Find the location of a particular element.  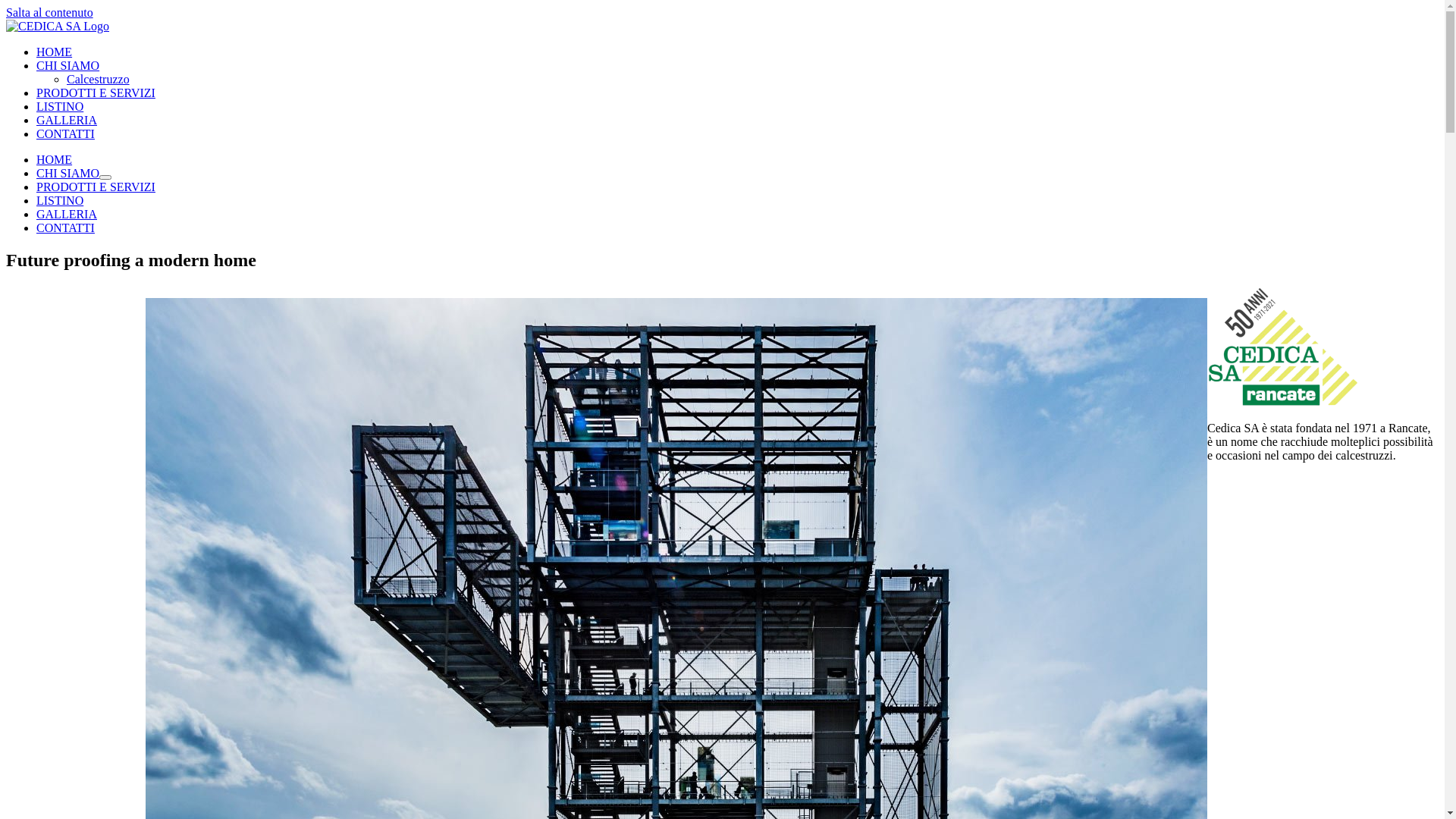

'HOME' is located at coordinates (54, 51).